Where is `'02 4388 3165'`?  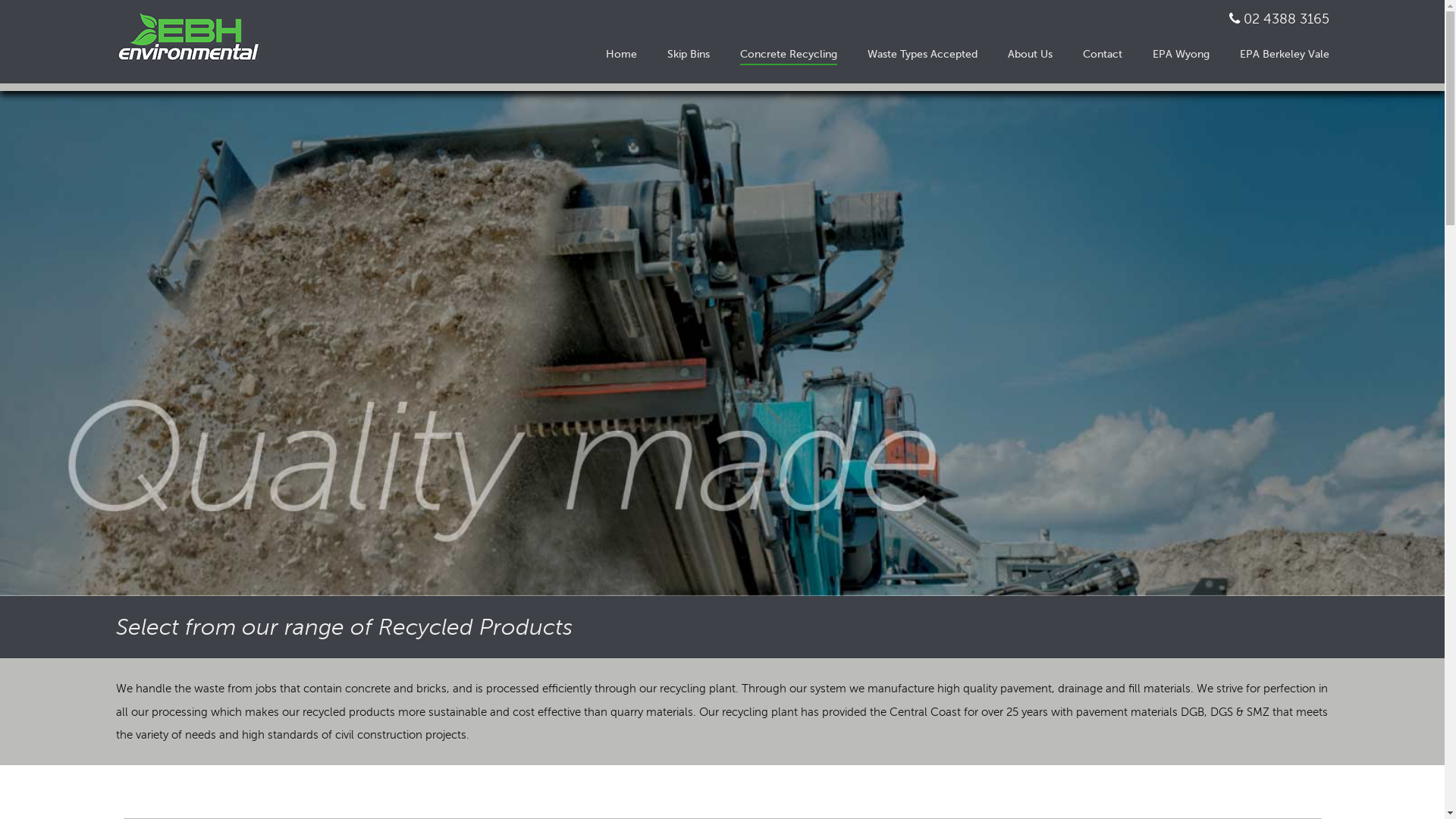
'02 4388 3165' is located at coordinates (1285, 18).